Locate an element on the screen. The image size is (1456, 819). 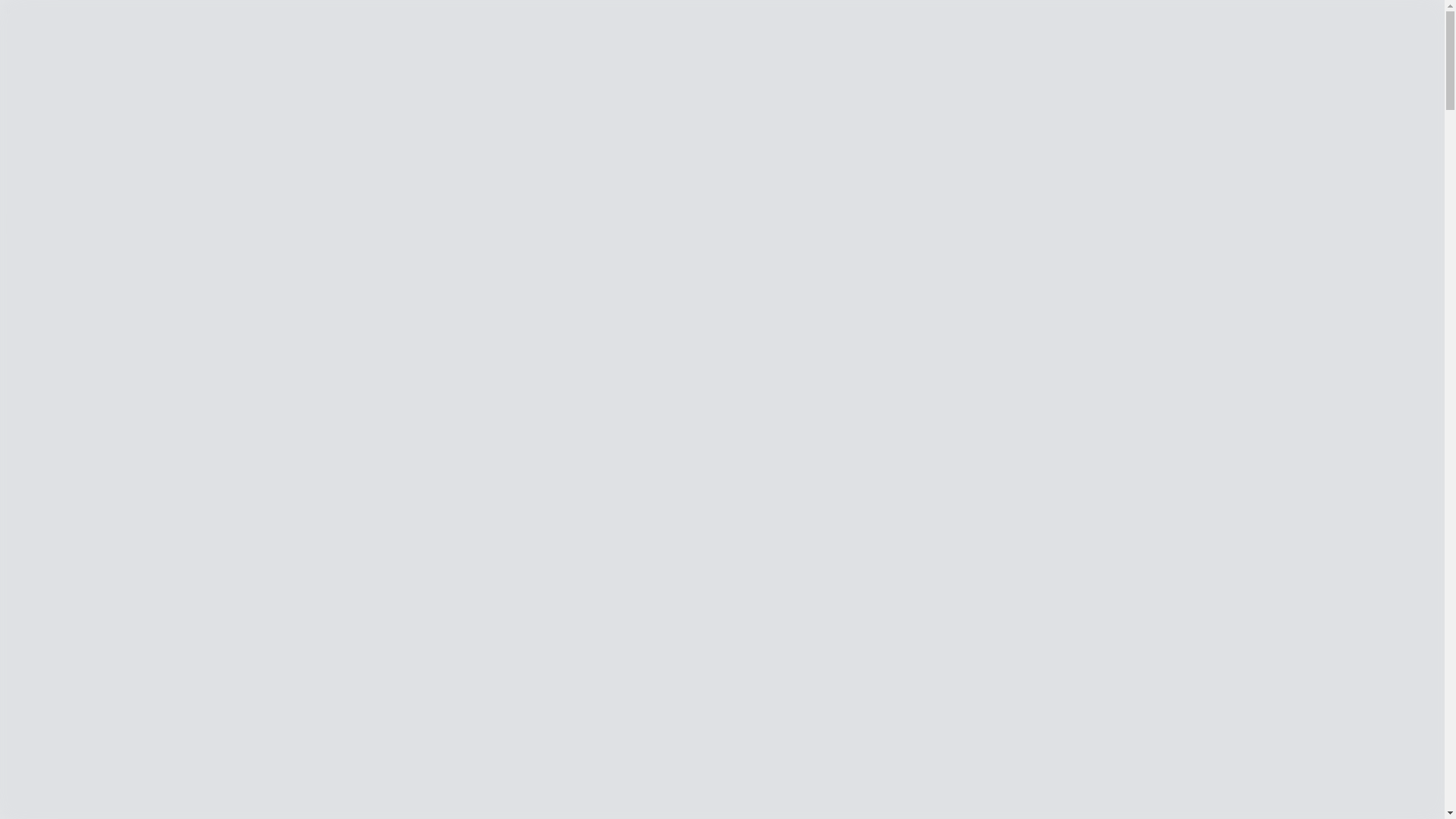
'Visit' is located at coordinates (57, 350).